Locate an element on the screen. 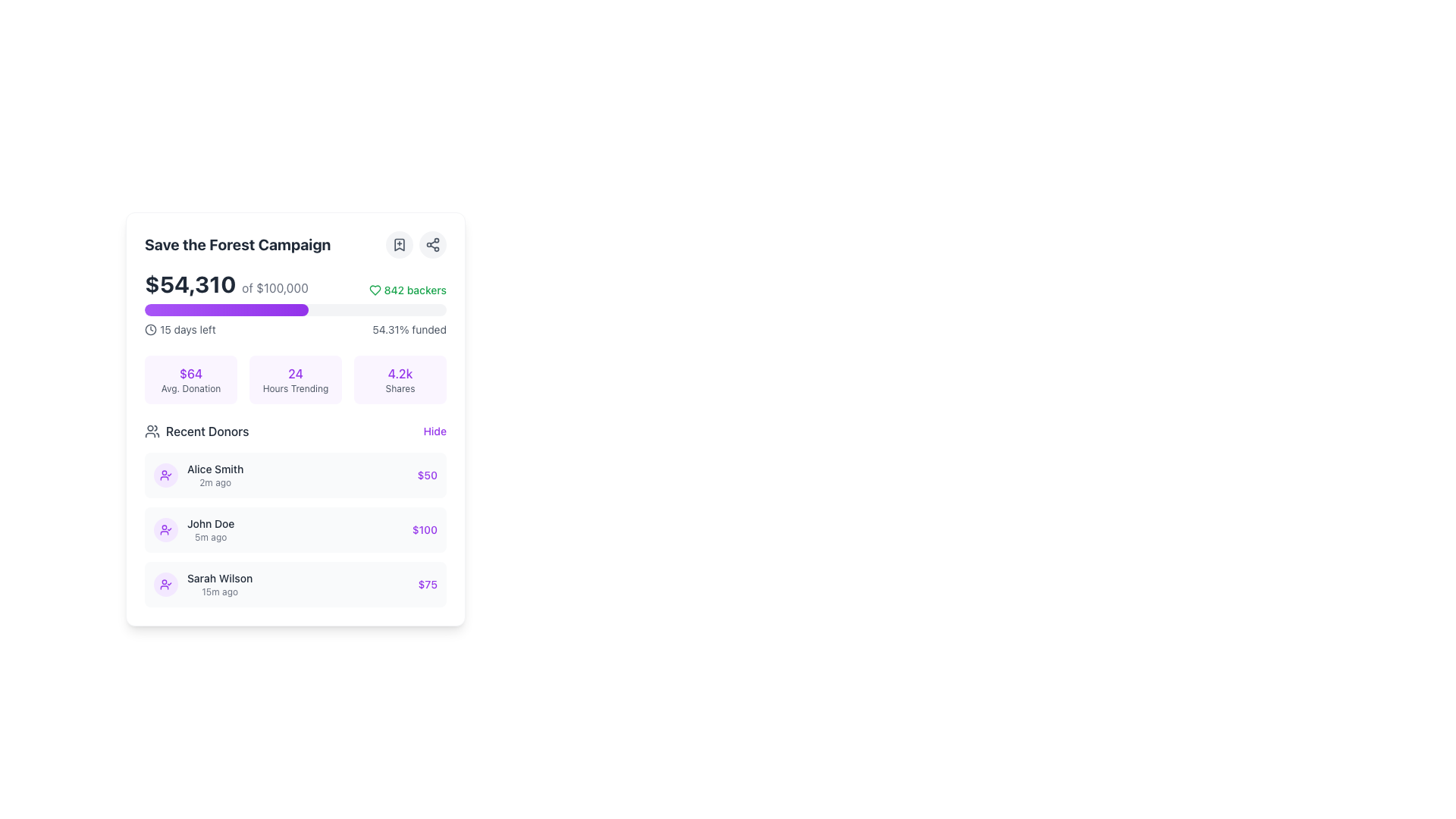 The height and width of the screenshot is (819, 1456). text label displaying '15 days left', which is styled in bold and is prominently placed next to a clock icon is located at coordinates (187, 329).